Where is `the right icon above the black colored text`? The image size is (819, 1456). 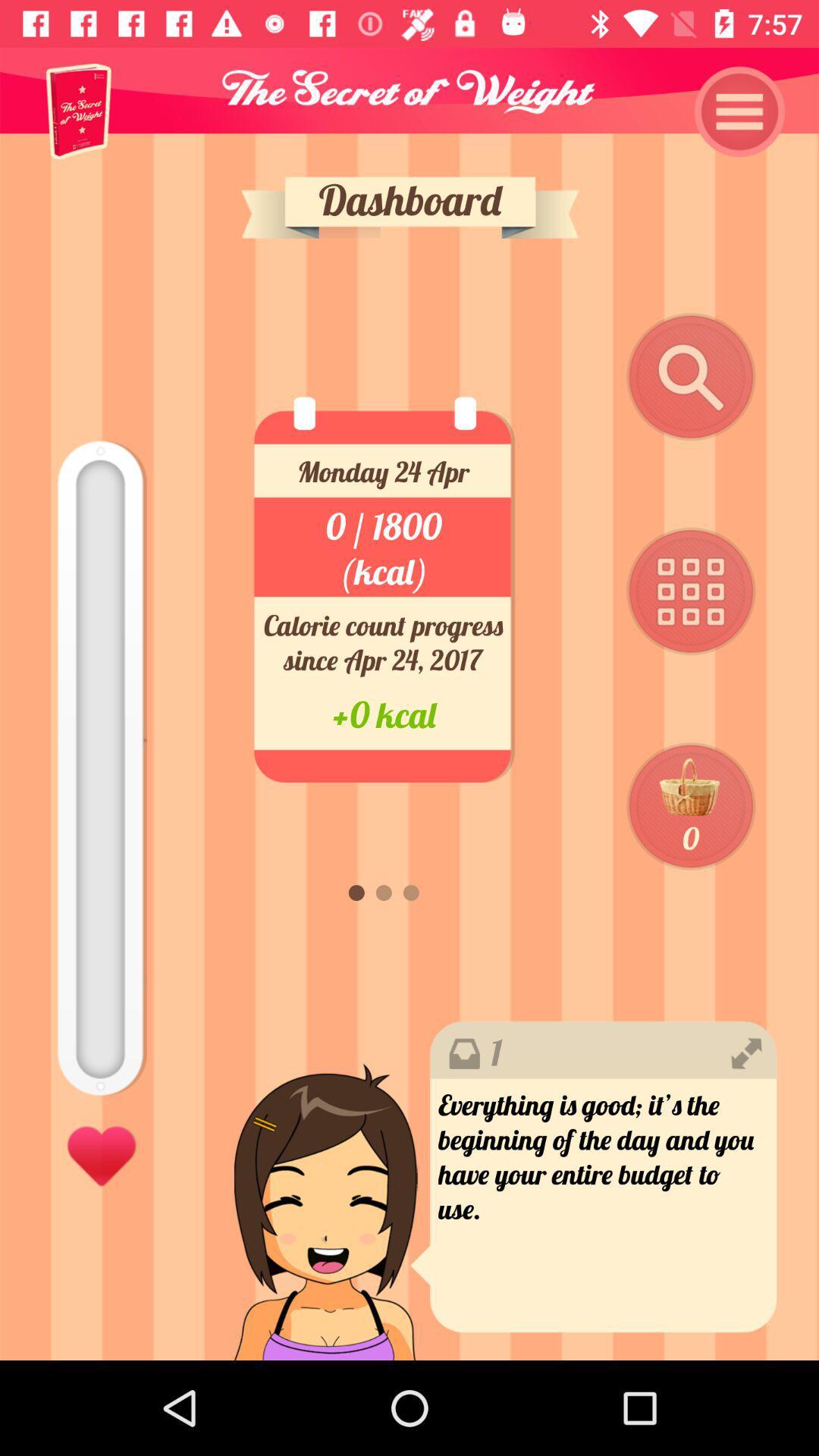
the right icon above the black colored text is located at coordinates (745, 1052).